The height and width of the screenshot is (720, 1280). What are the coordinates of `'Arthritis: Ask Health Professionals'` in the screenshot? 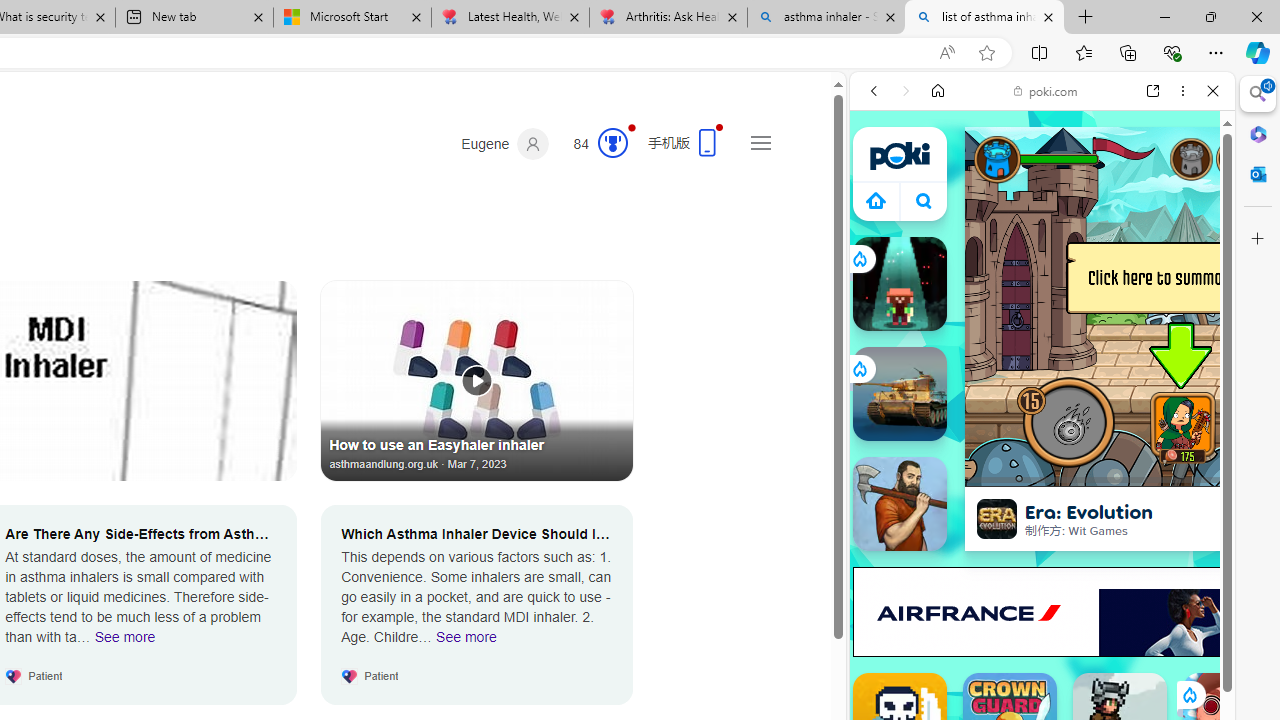 It's located at (668, 17).